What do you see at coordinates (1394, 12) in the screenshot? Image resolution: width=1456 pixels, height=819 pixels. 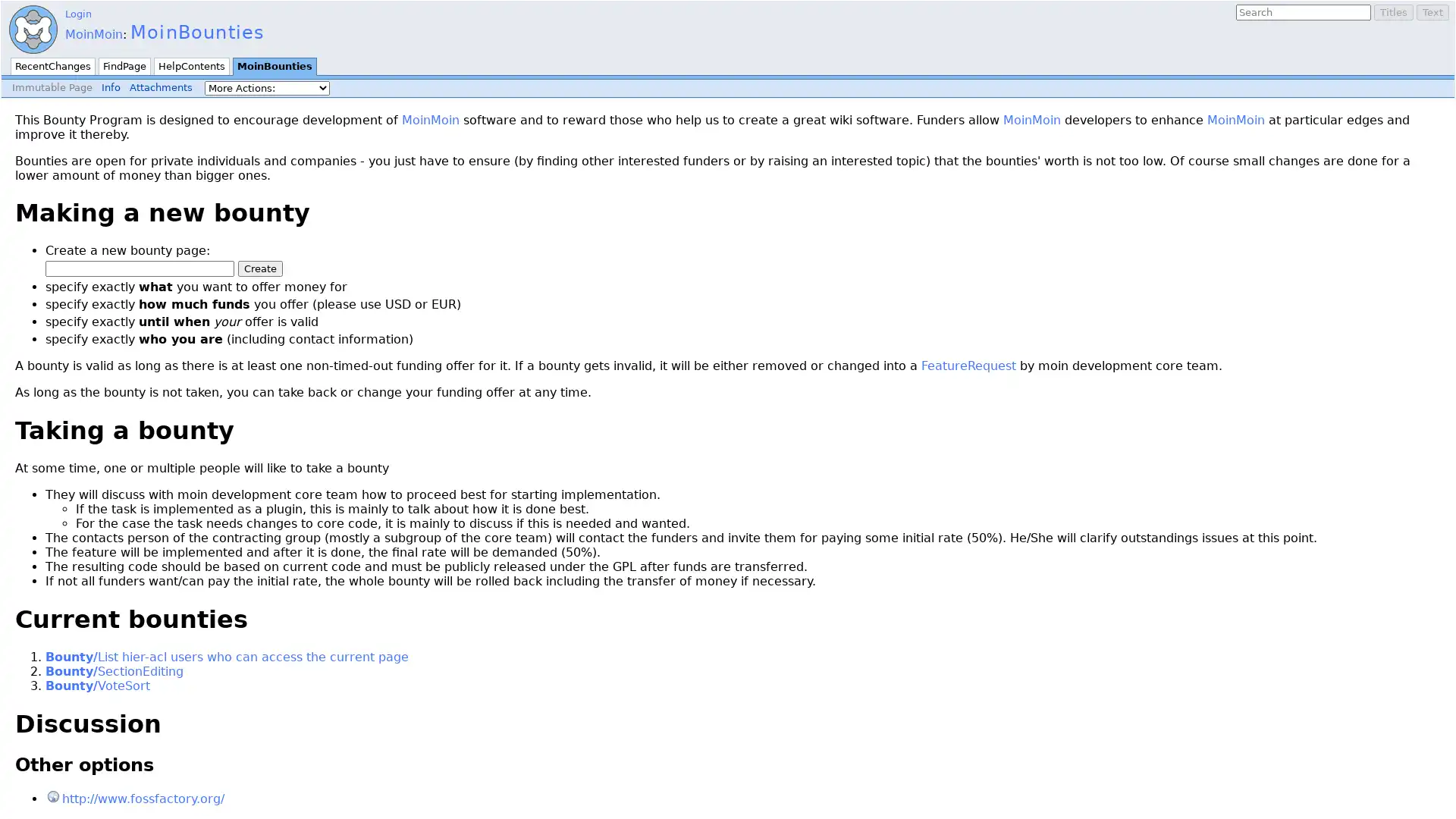 I see `Titles` at bounding box center [1394, 12].